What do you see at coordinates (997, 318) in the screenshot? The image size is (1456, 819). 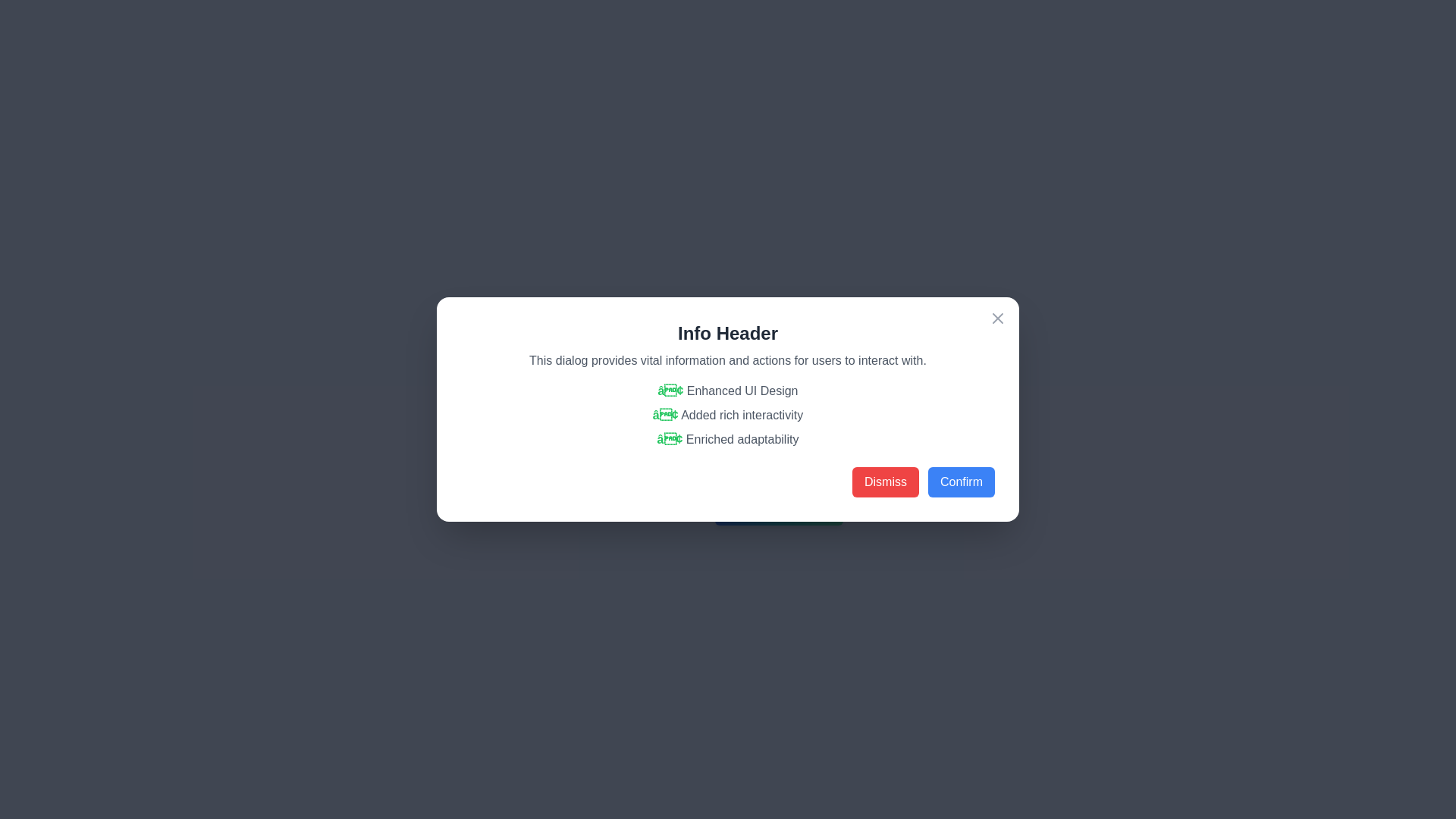 I see `the 'X' shaped button in the top-right corner of the 'Info Header' dialog box to change its color` at bounding box center [997, 318].